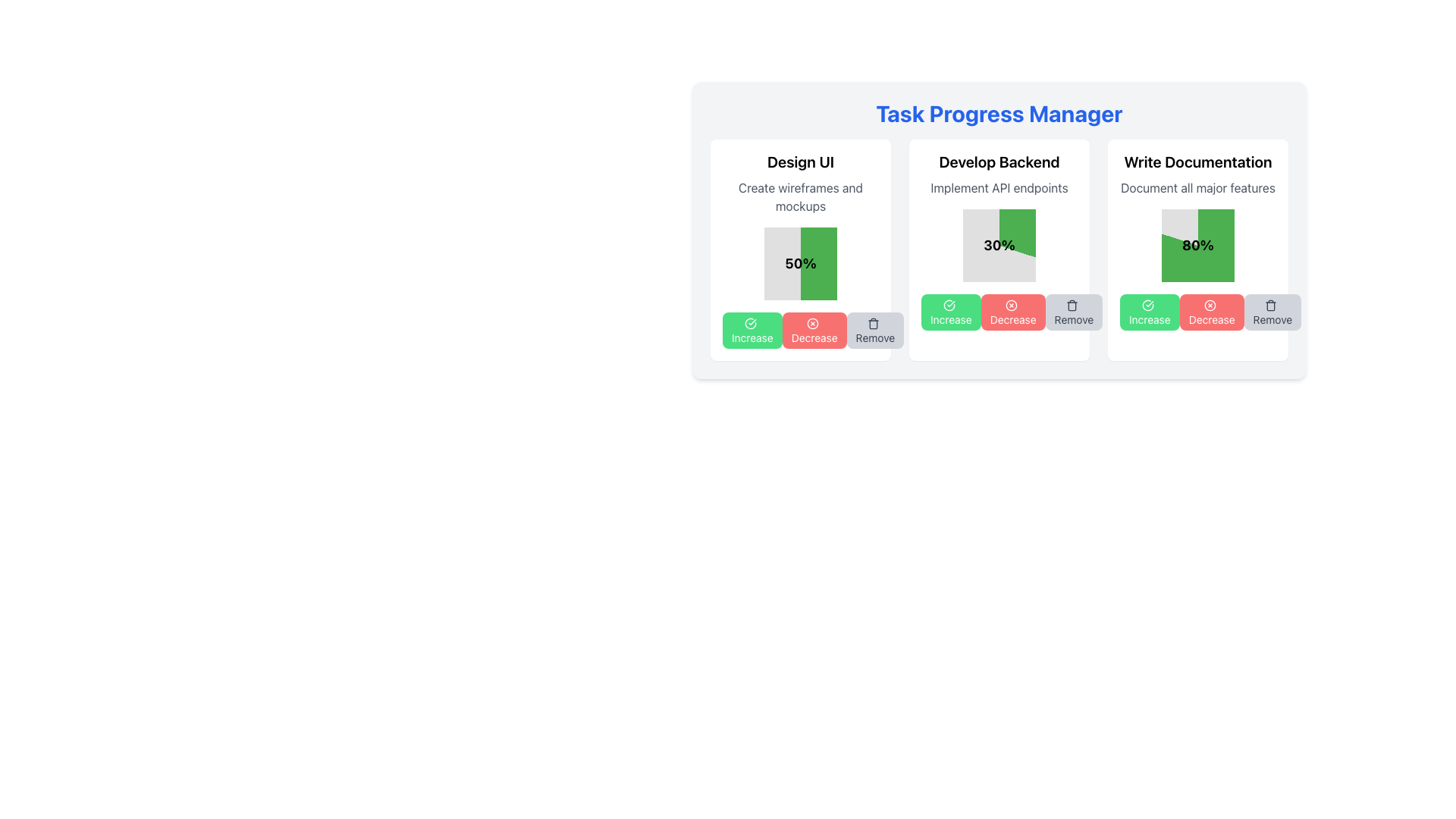 This screenshot has height=819, width=1456. What do you see at coordinates (949, 306) in the screenshot?
I see `the SVG icon representing a circular checkmark inside the green 'Increase' button located in the bottom-left section of the 'Develop Backend' panel in the 'Task Progress Manager' interface` at bounding box center [949, 306].